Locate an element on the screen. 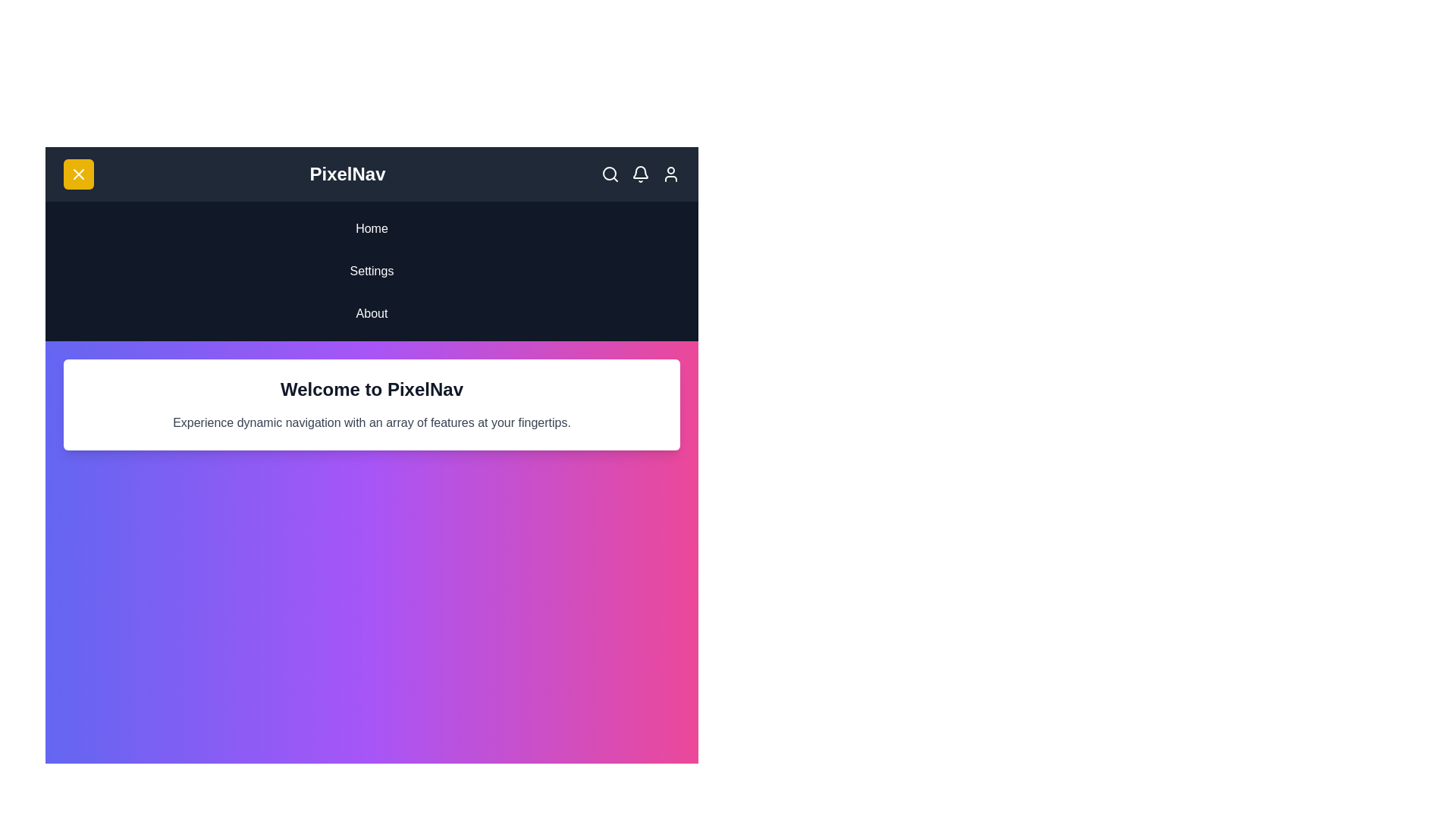  the interactive elements: menu_button is located at coordinates (78, 174).